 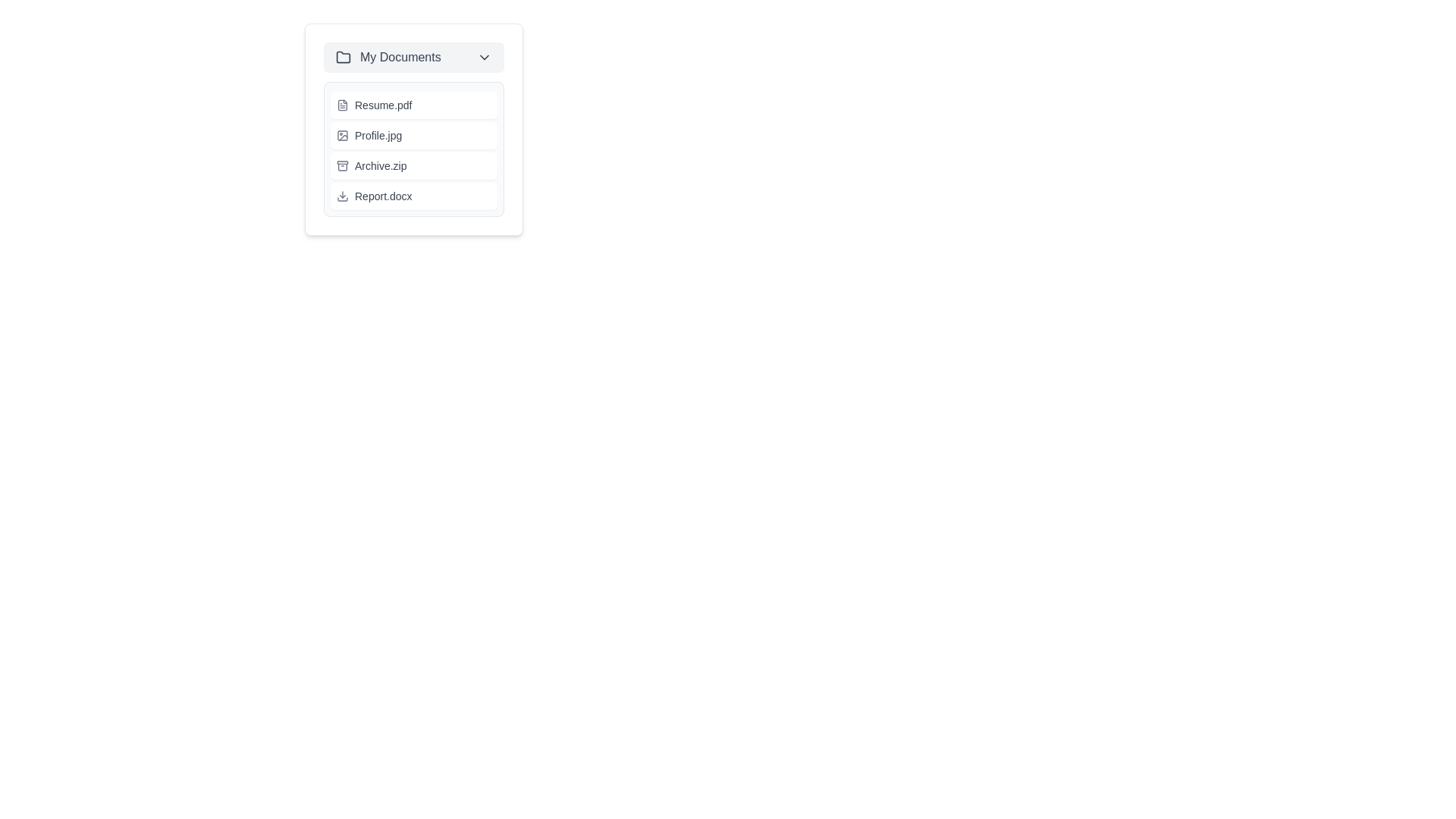 What do you see at coordinates (383, 104) in the screenshot?
I see `the text label displaying 'Resume.pdf'` at bounding box center [383, 104].